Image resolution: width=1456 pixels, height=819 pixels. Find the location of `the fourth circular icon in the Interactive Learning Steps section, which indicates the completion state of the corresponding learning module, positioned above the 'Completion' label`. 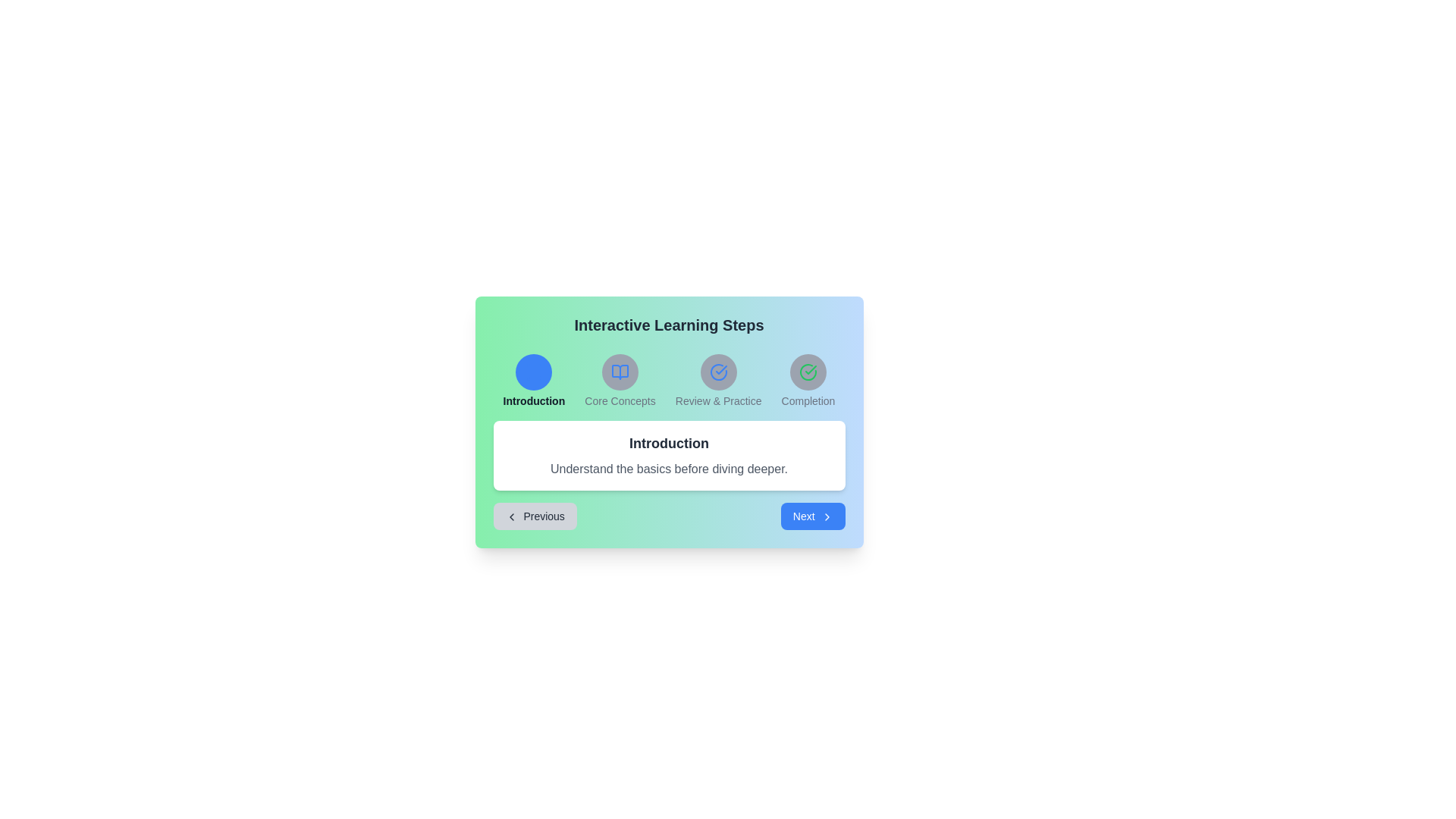

the fourth circular icon in the Interactive Learning Steps section, which indicates the completion state of the corresponding learning module, positioned above the 'Completion' label is located at coordinates (807, 372).